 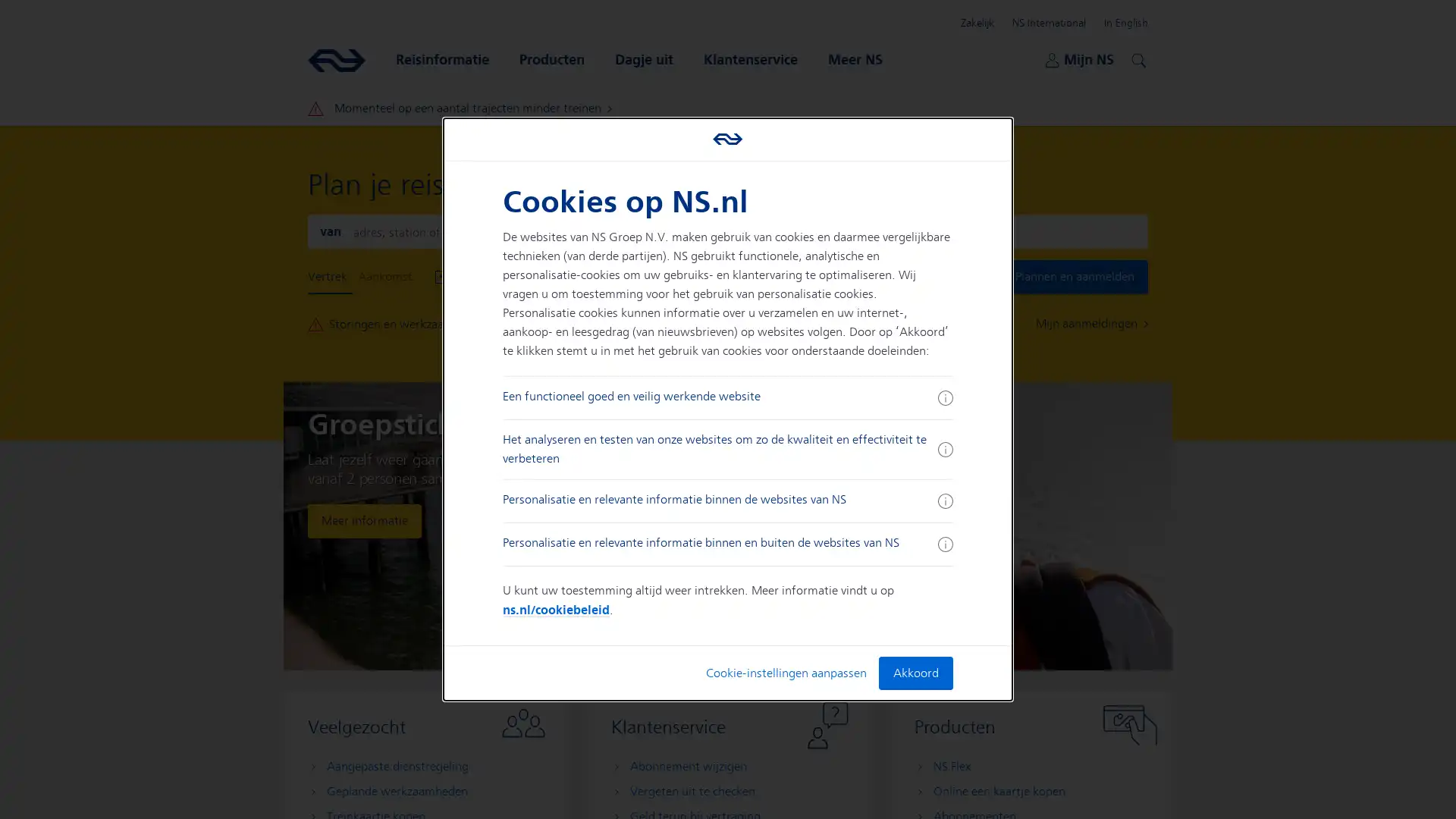 What do you see at coordinates (551, 58) in the screenshot?
I see `Producten Open submenu` at bounding box center [551, 58].